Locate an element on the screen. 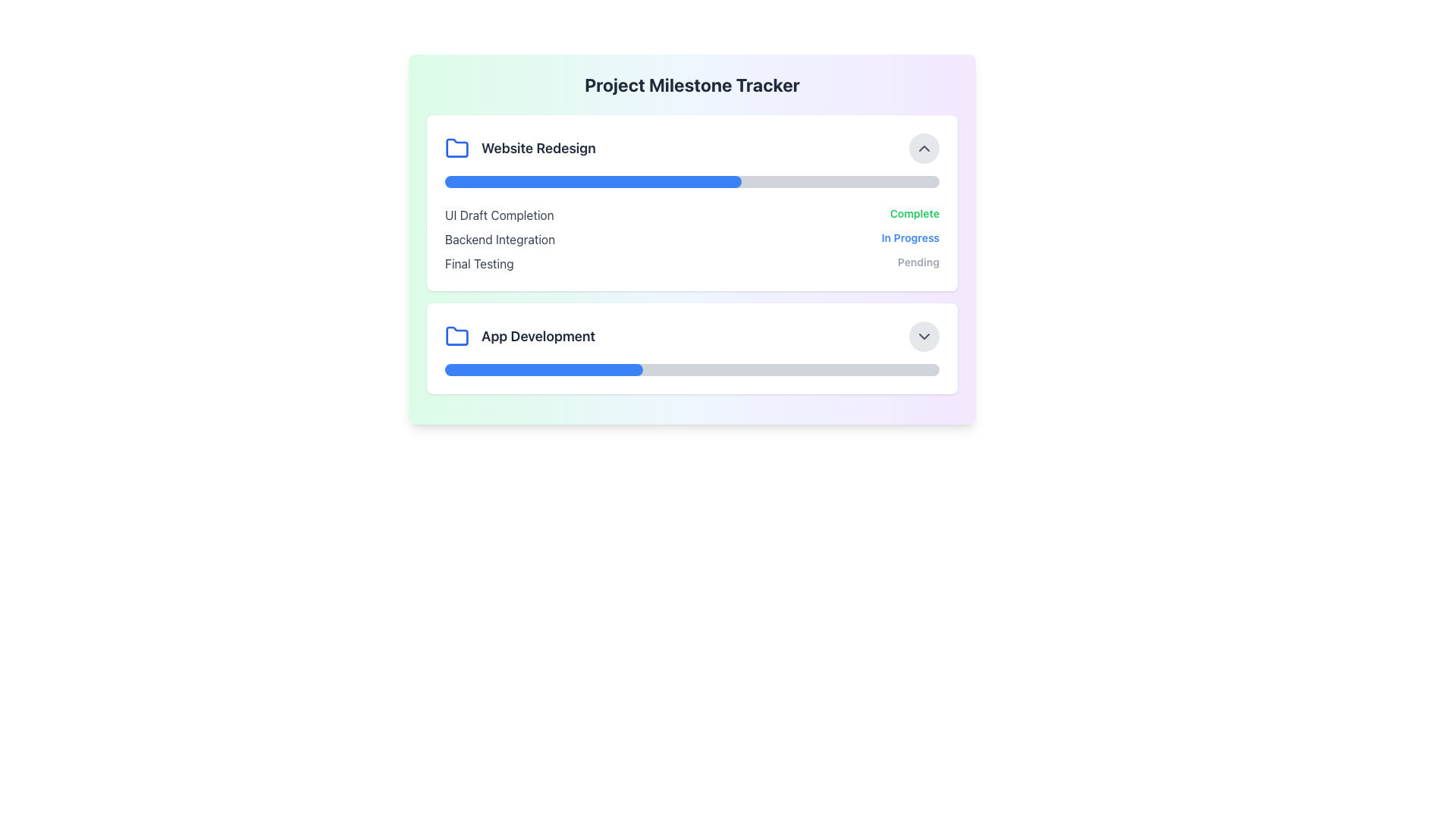 The width and height of the screenshot is (1456, 819). the downwards chevron icon located within the circular button at the top-right corner of the 'App Development' section is located at coordinates (924, 335).